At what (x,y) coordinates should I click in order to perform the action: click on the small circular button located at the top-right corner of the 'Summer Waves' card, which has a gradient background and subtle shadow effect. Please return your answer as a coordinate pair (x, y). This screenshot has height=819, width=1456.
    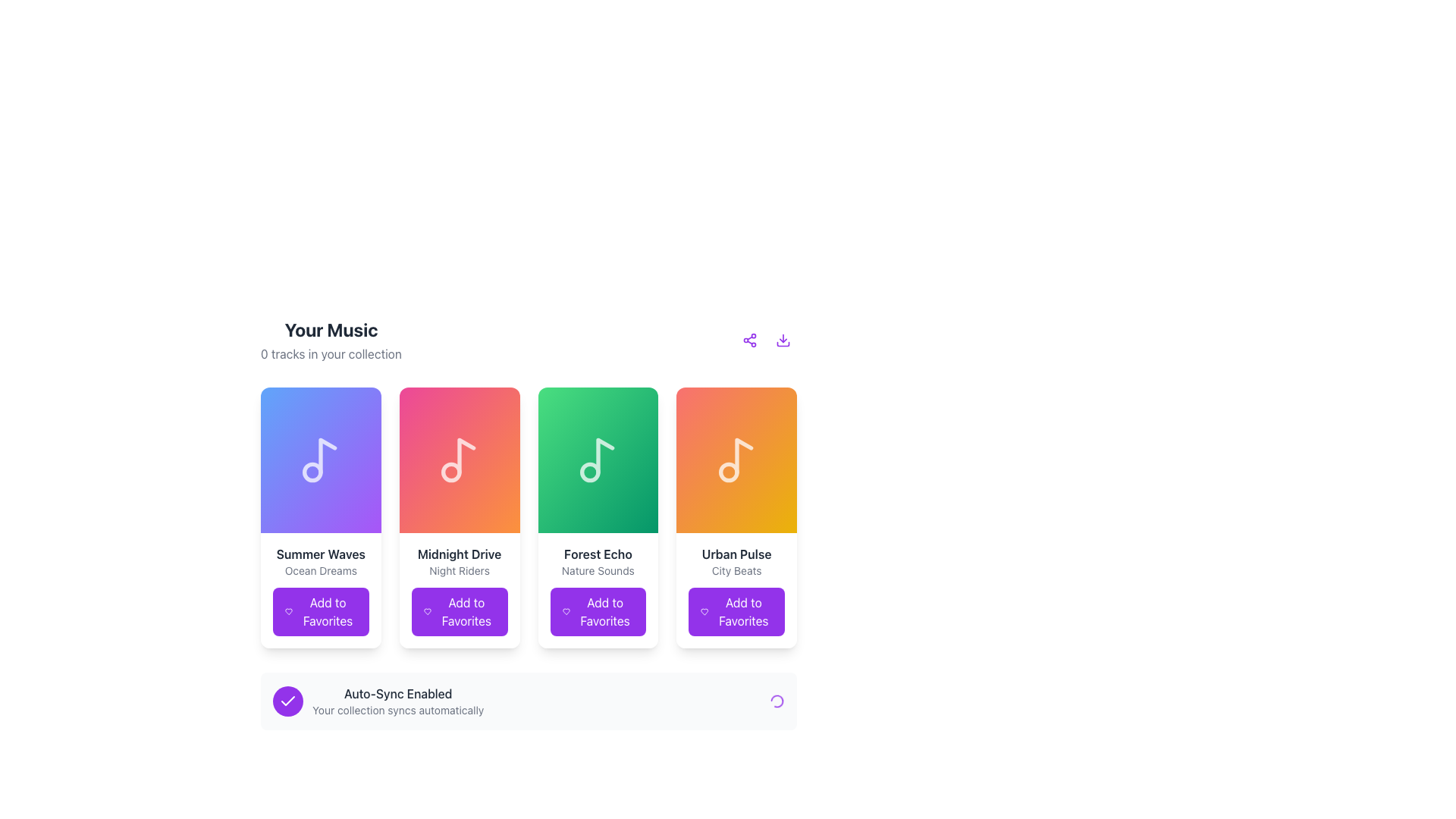
    Looking at the image, I should click on (359, 408).